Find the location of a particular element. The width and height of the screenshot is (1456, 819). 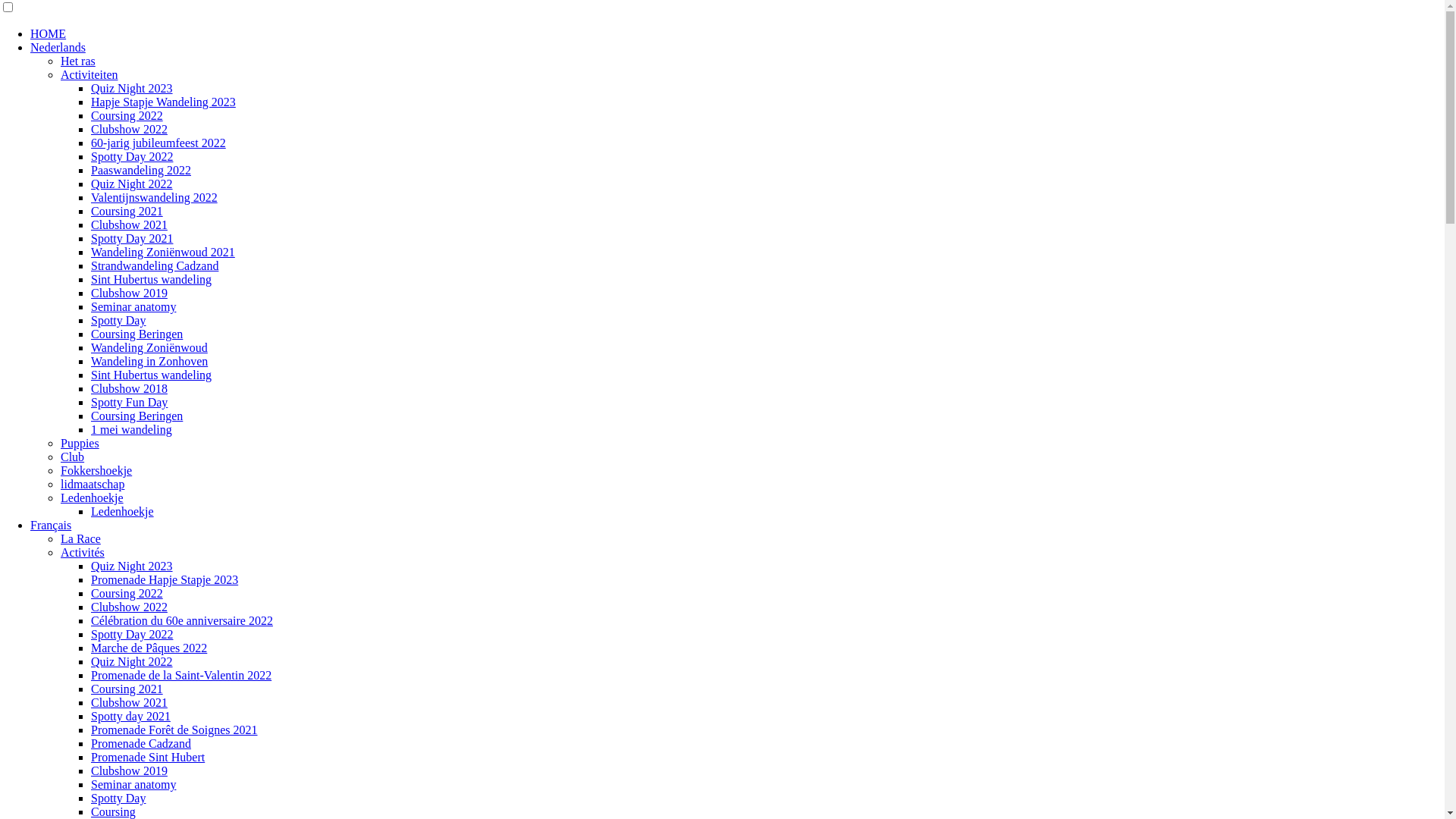

'Spotty Day 2021' is located at coordinates (131, 238).